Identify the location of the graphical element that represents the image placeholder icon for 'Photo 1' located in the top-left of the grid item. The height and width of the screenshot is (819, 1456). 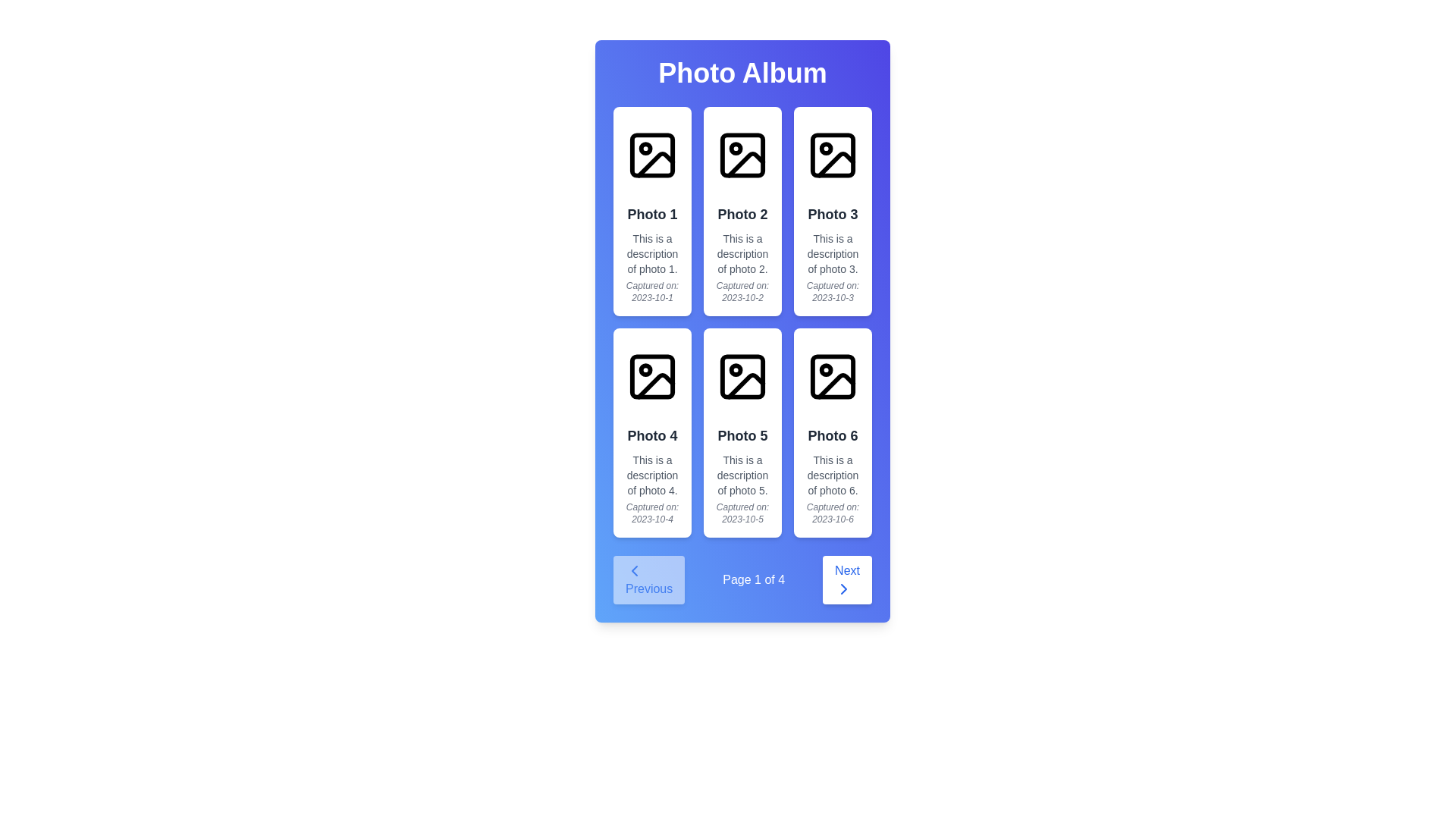
(652, 155).